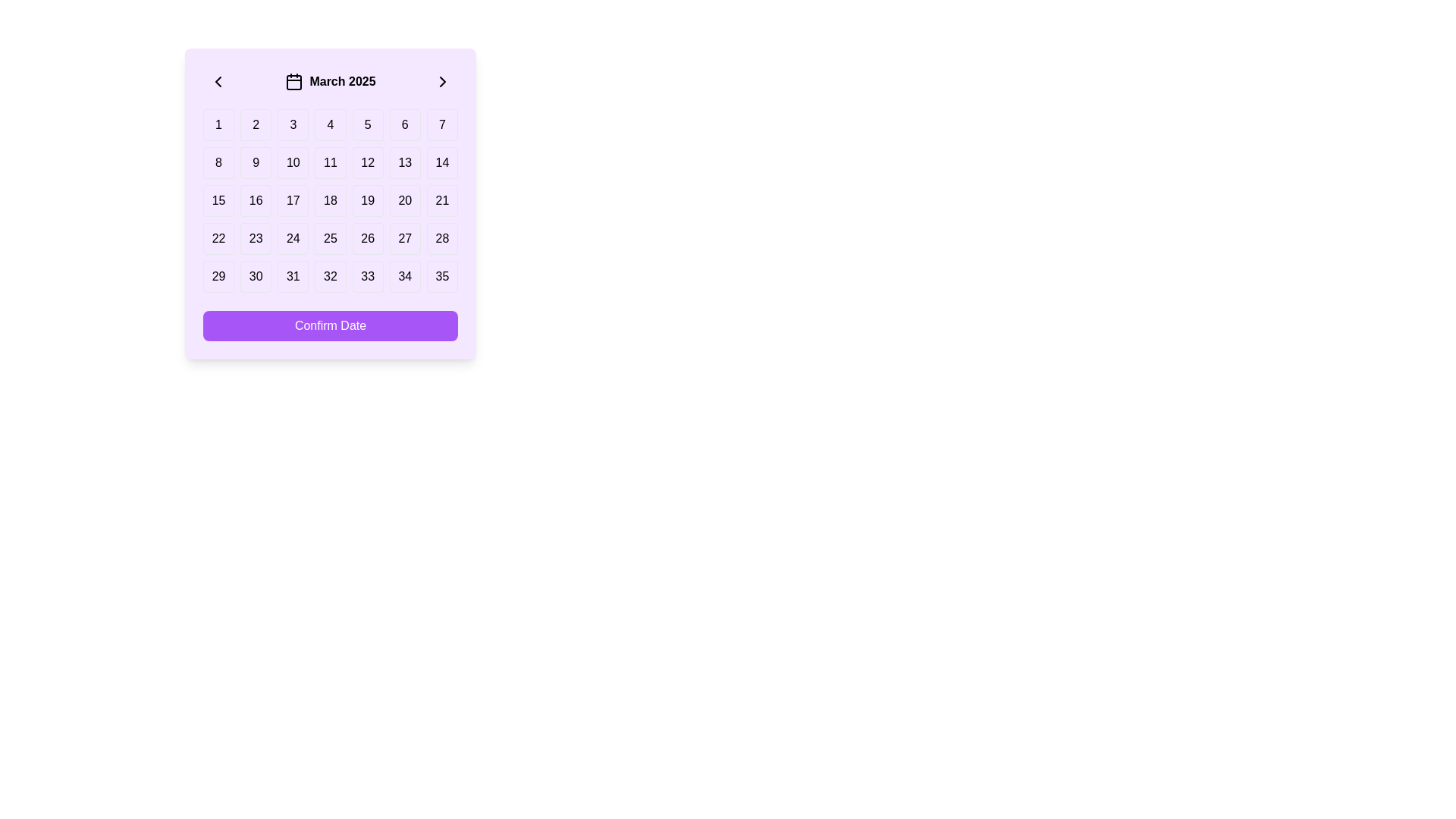 Image resolution: width=1456 pixels, height=819 pixels. What do you see at coordinates (330, 277) in the screenshot?
I see `the Text Display Box containing the number '32', which is styled with a light-colored background and rounded corners, located in the fifth row and fourth column of a 7-column grid layout` at bounding box center [330, 277].